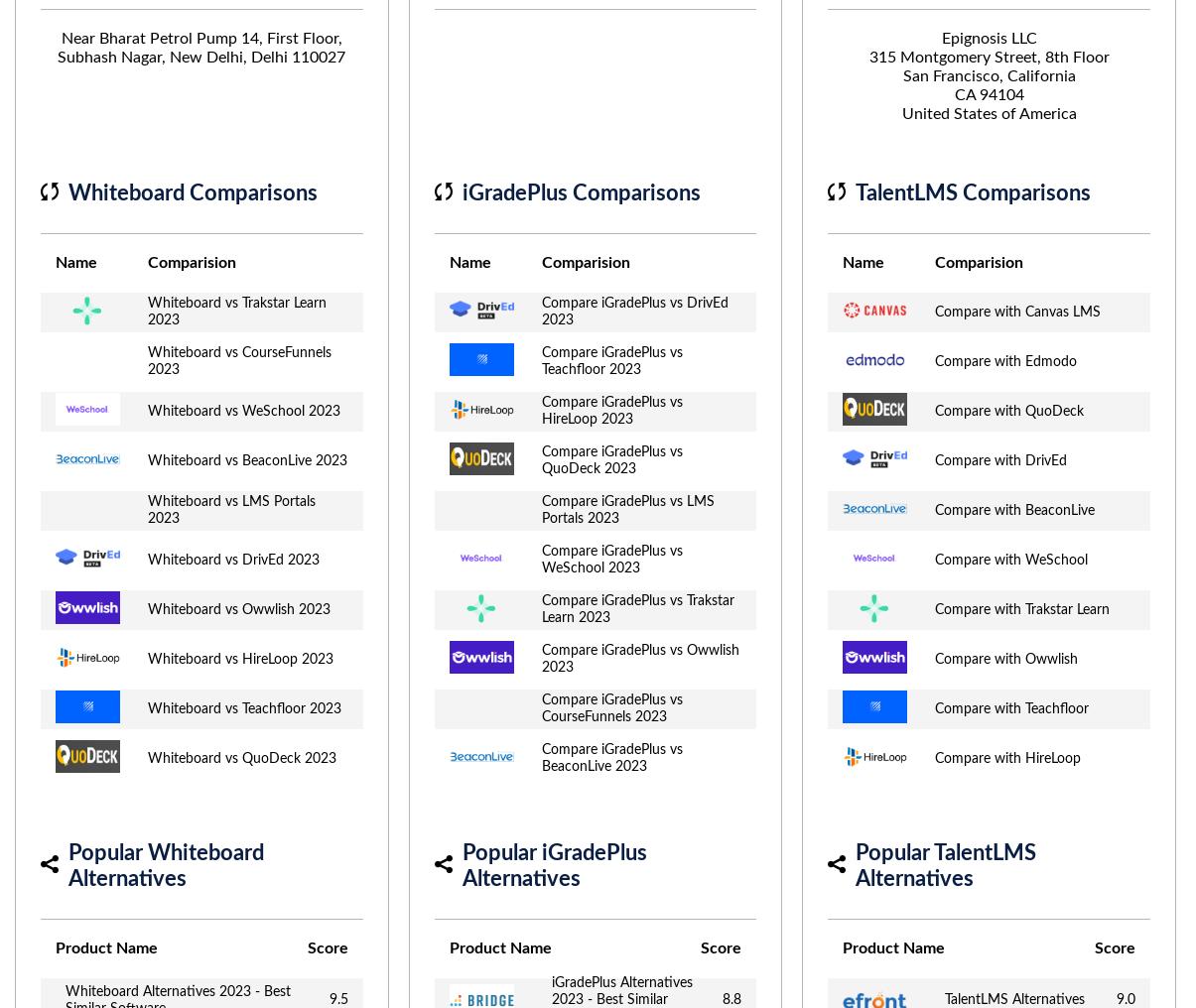 This screenshot has width=1196, height=1008. What do you see at coordinates (1017, 311) in the screenshot?
I see `'Compare with Canvas LMS'` at bounding box center [1017, 311].